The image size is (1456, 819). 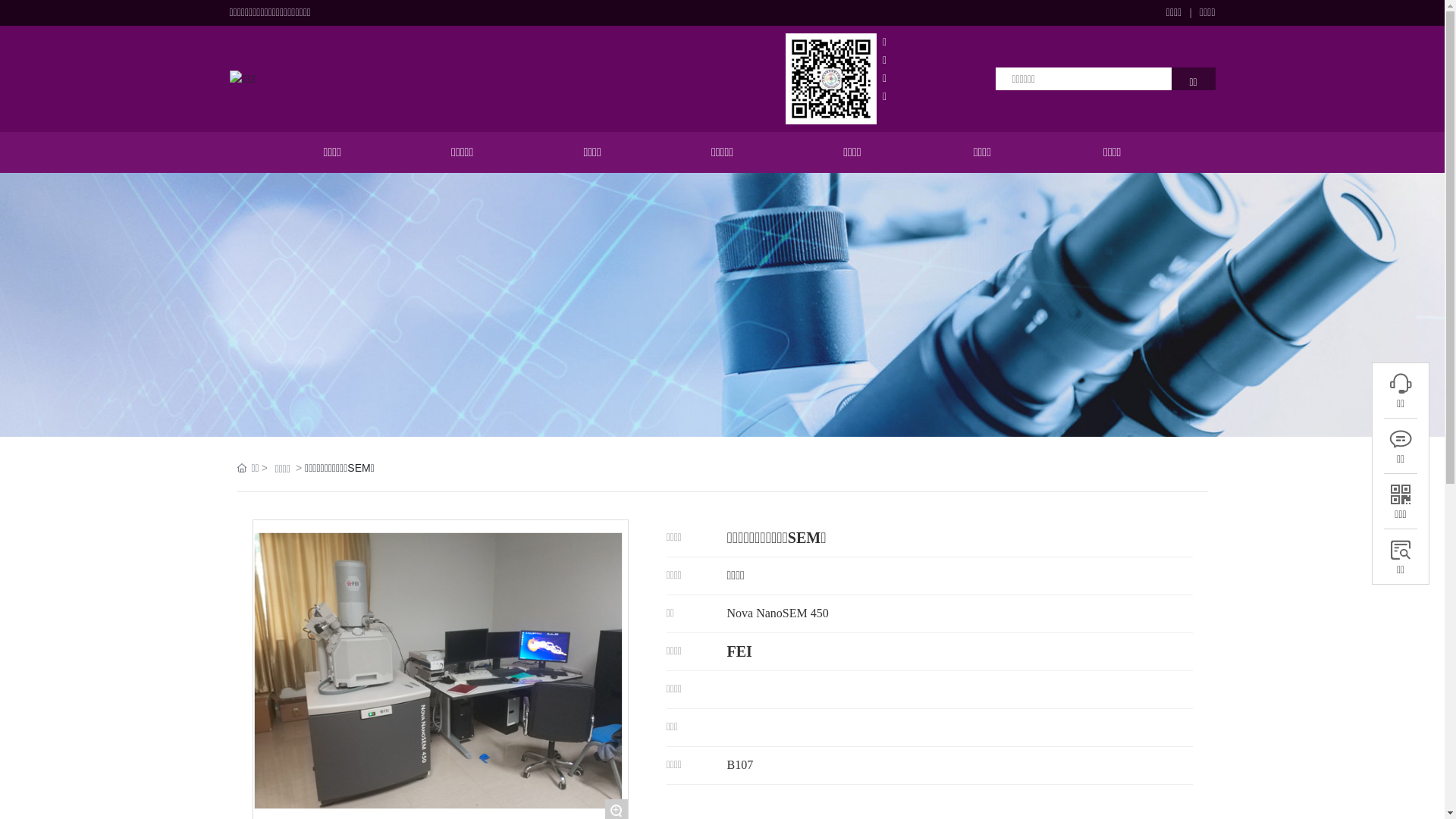 What do you see at coordinates (1399, 550) in the screenshot?
I see `'112'` at bounding box center [1399, 550].